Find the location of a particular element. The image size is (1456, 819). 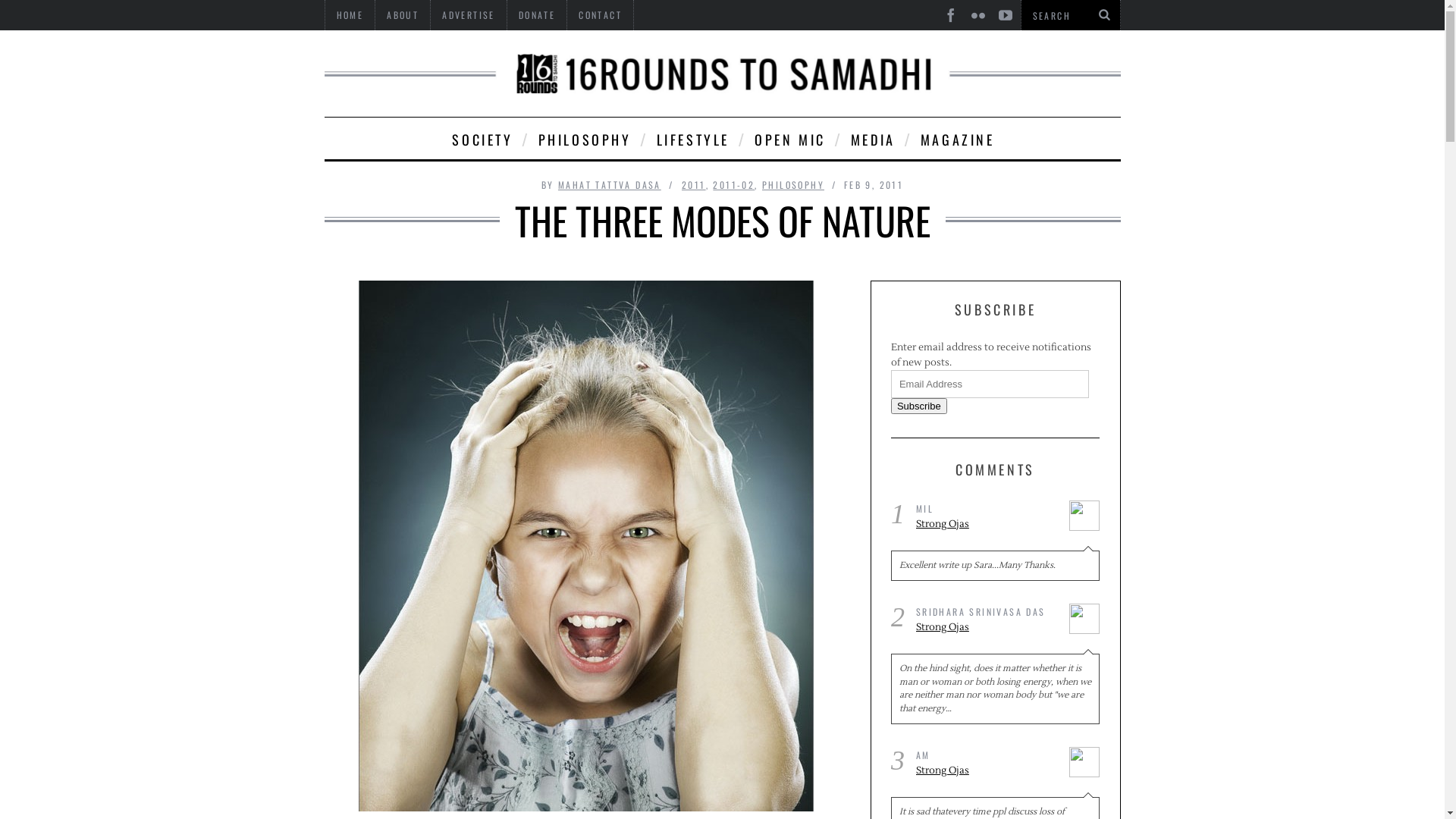

'PHILOSOPHY' is located at coordinates (792, 184).